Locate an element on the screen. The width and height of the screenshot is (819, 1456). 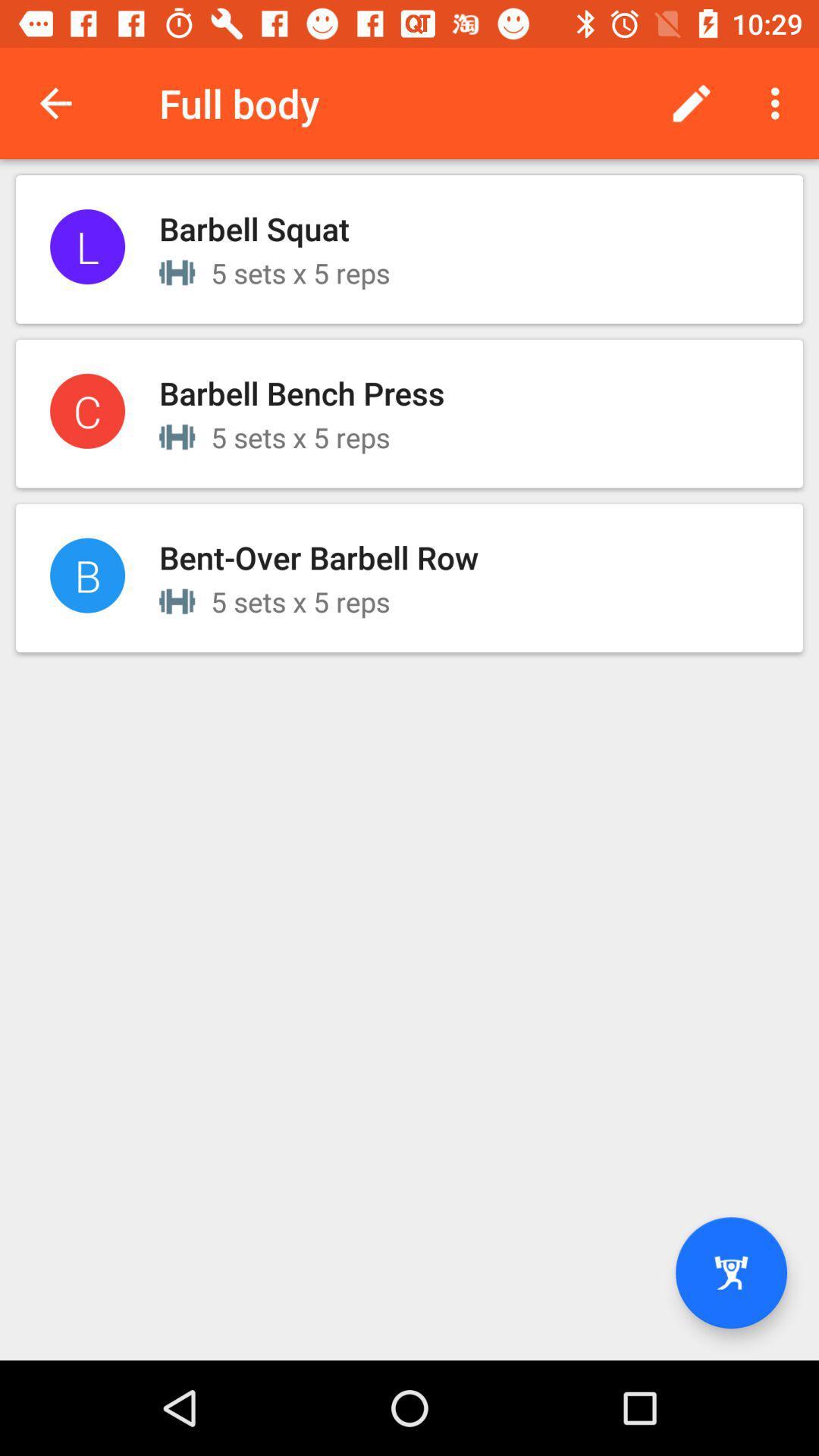
the item next to the full body is located at coordinates (55, 102).